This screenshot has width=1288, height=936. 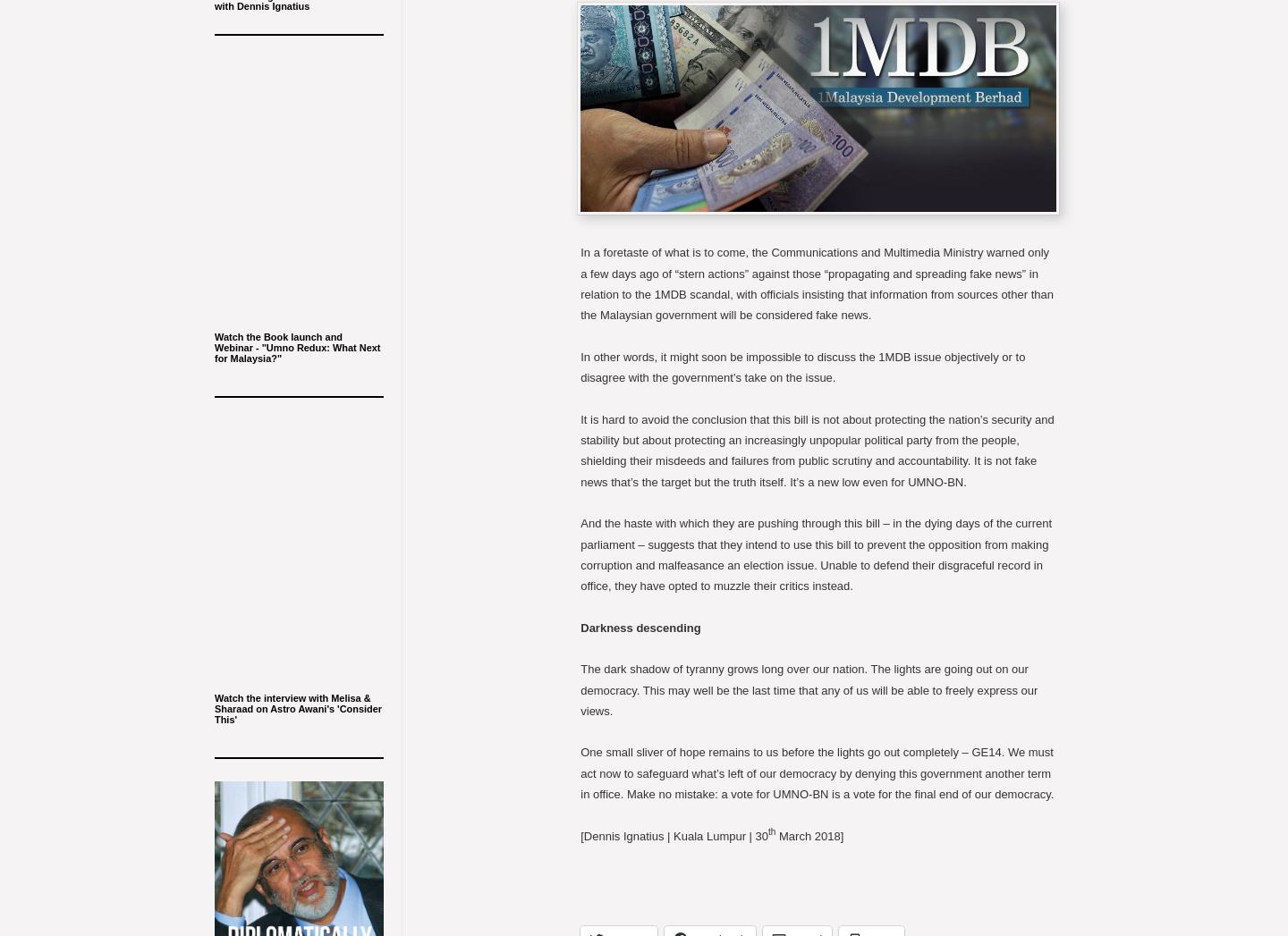 What do you see at coordinates (767, 831) in the screenshot?
I see `'th'` at bounding box center [767, 831].